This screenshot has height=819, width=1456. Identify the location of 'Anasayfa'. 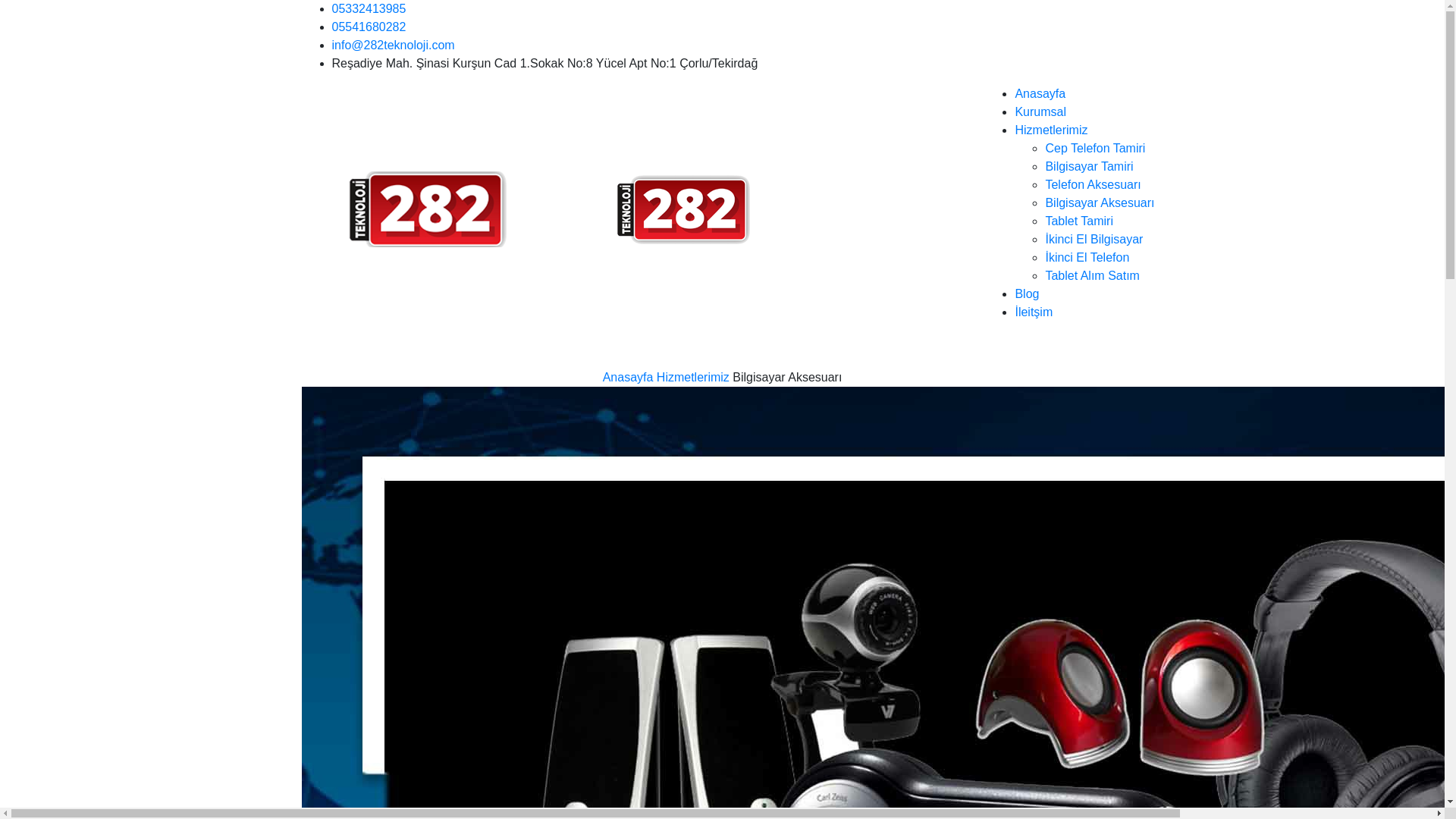
(1039, 93).